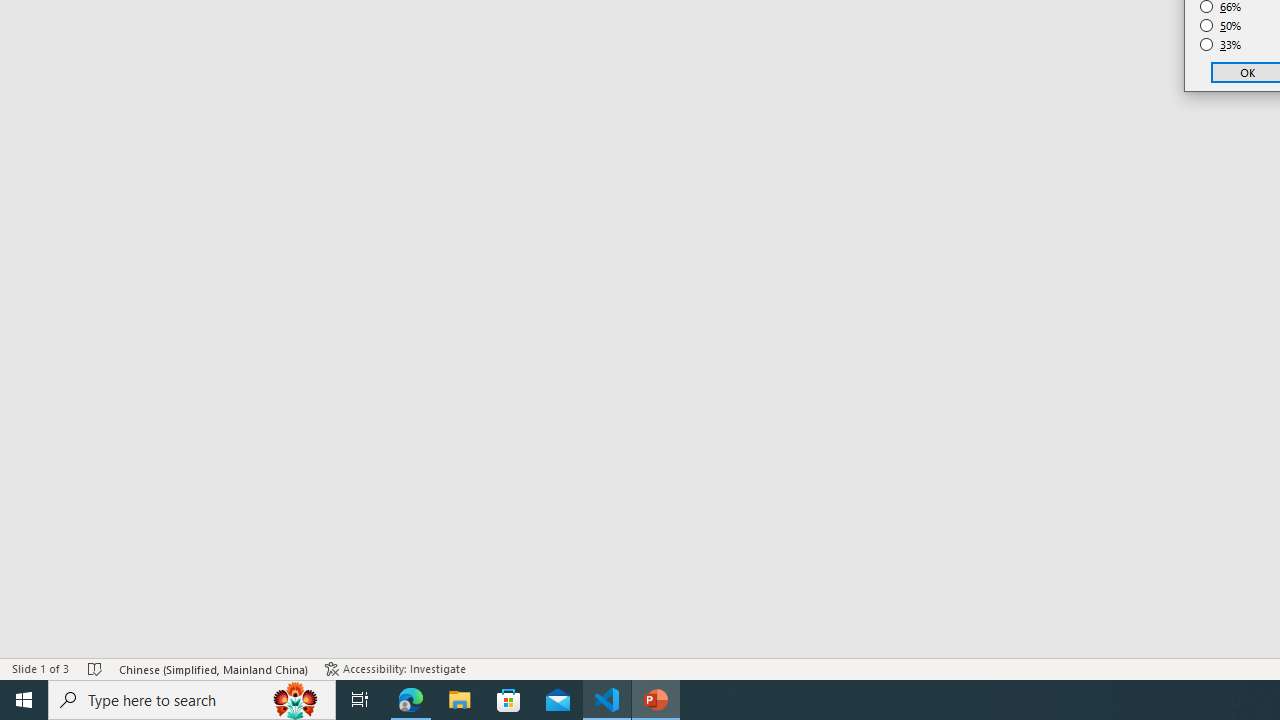 The image size is (1280, 720). Describe the element at coordinates (606, 698) in the screenshot. I see `'Visual Studio Code - 1 running window'` at that location.